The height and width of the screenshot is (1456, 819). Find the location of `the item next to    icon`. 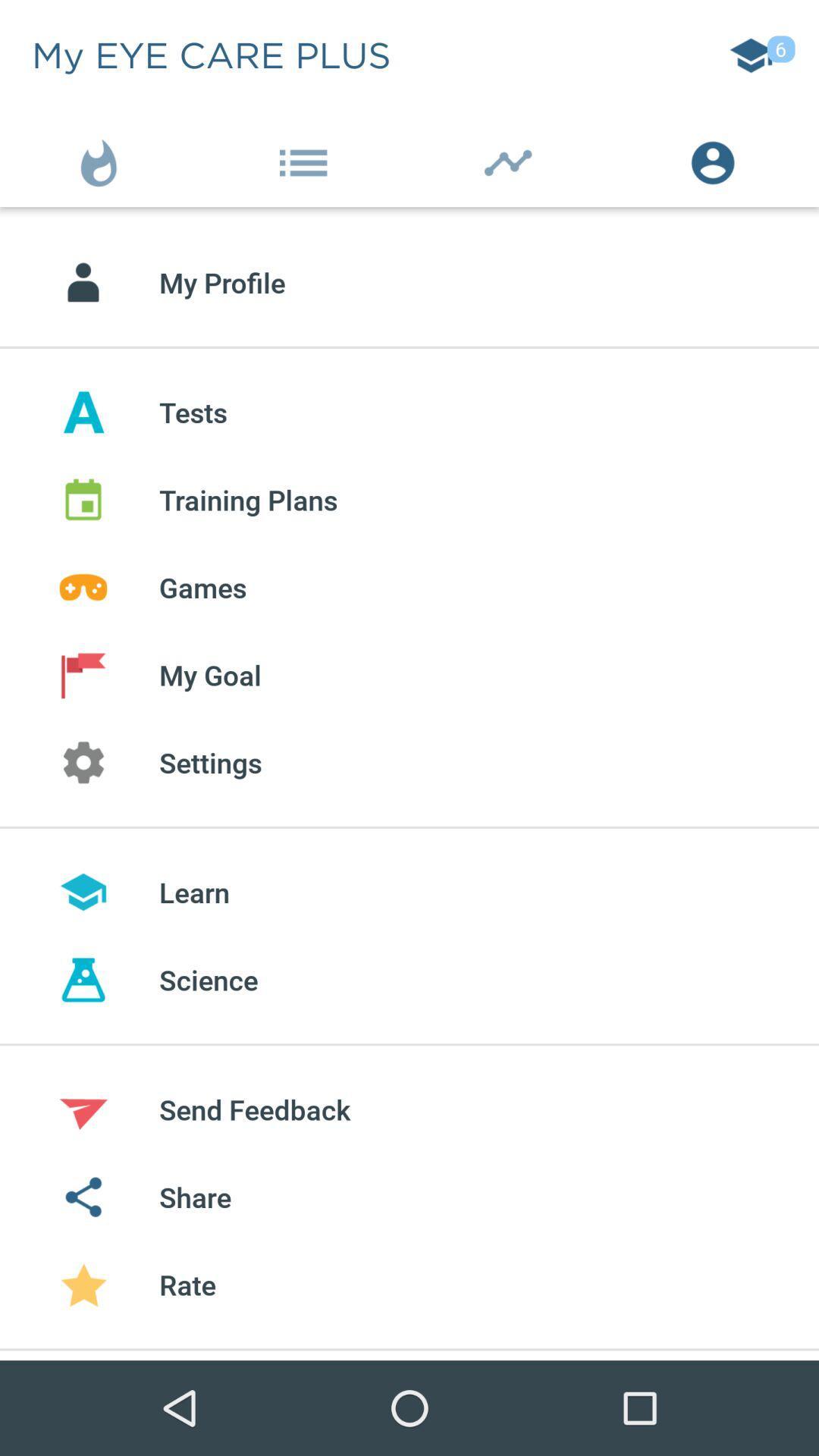

the item next to    icon is located at coordinates (717, 159).